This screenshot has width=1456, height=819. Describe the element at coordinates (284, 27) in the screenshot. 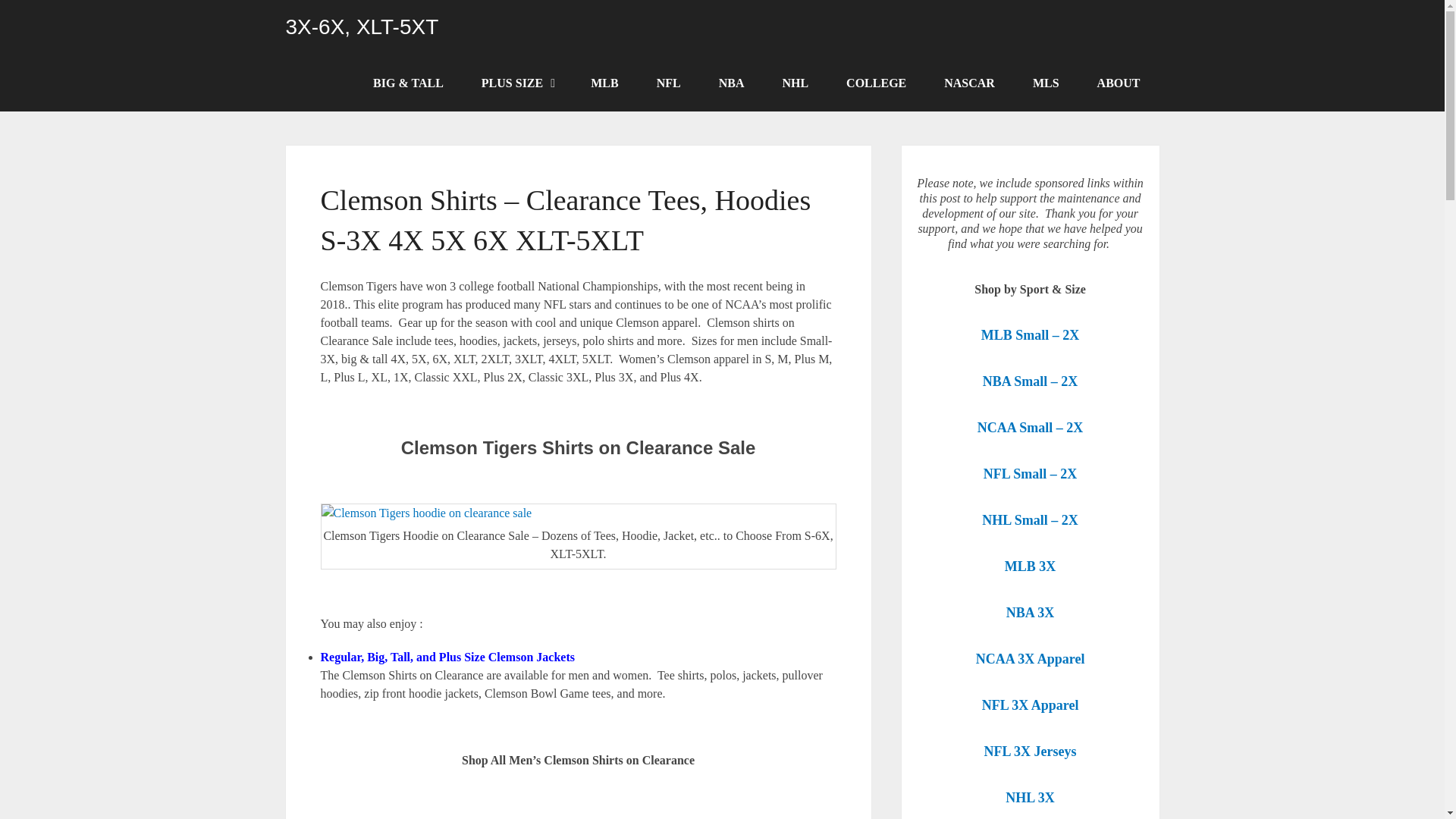

I see `'3X-6X, XLT-5XT'` at that location.